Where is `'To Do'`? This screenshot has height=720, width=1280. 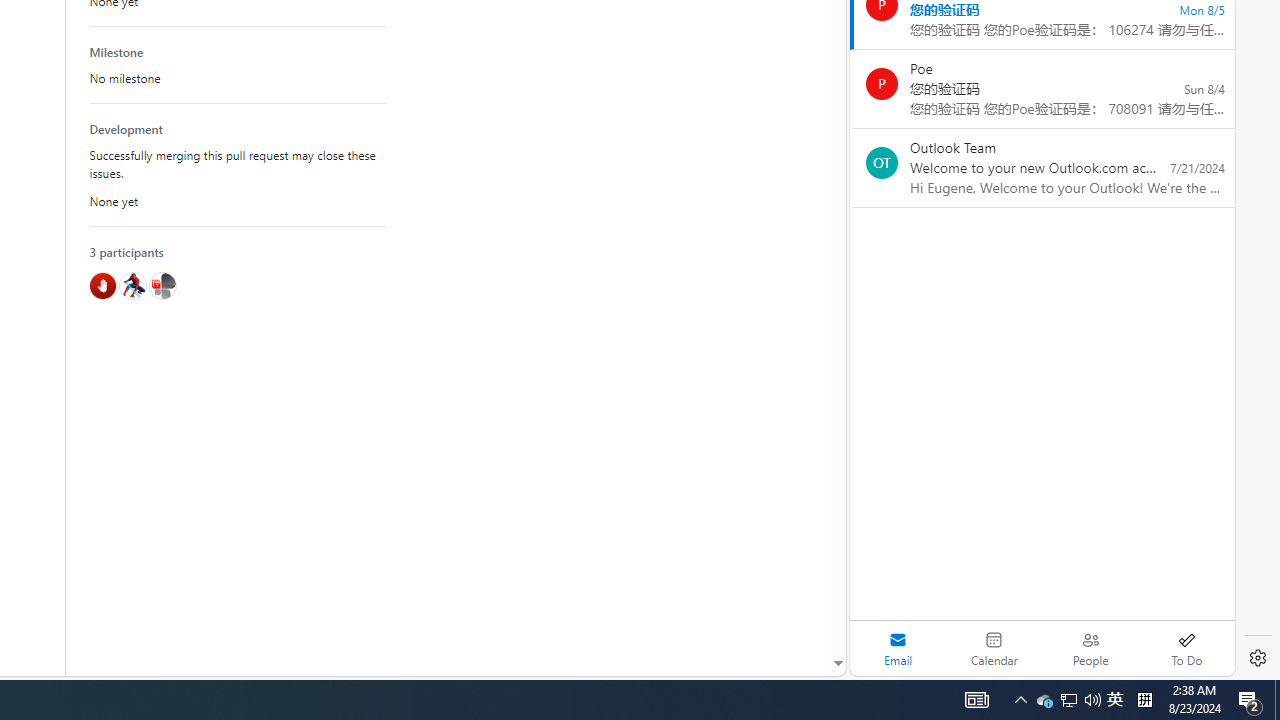
'To Do' is located at coordinates (1186, 648).